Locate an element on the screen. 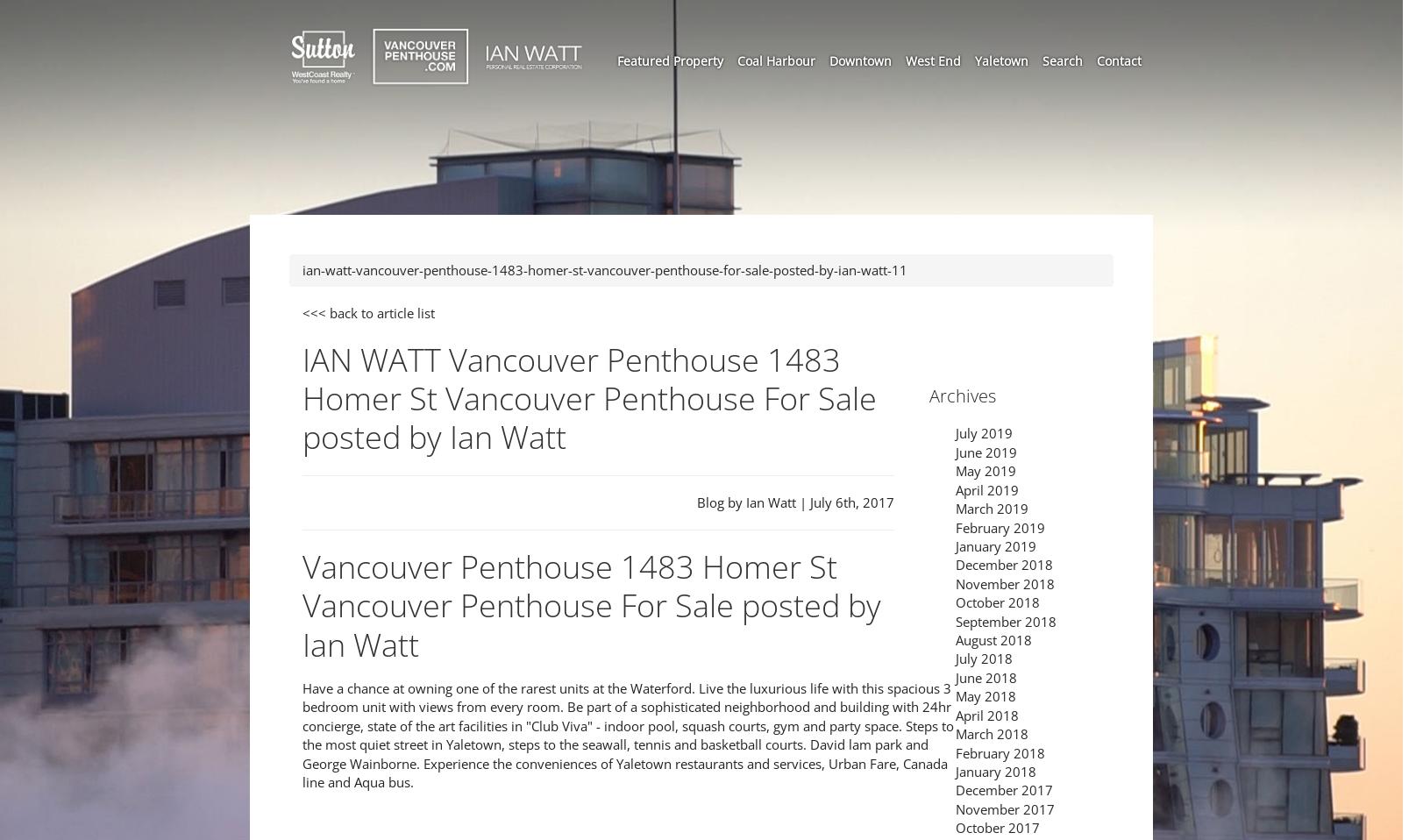  'November 2018' is located at coordinates (1005, 582).